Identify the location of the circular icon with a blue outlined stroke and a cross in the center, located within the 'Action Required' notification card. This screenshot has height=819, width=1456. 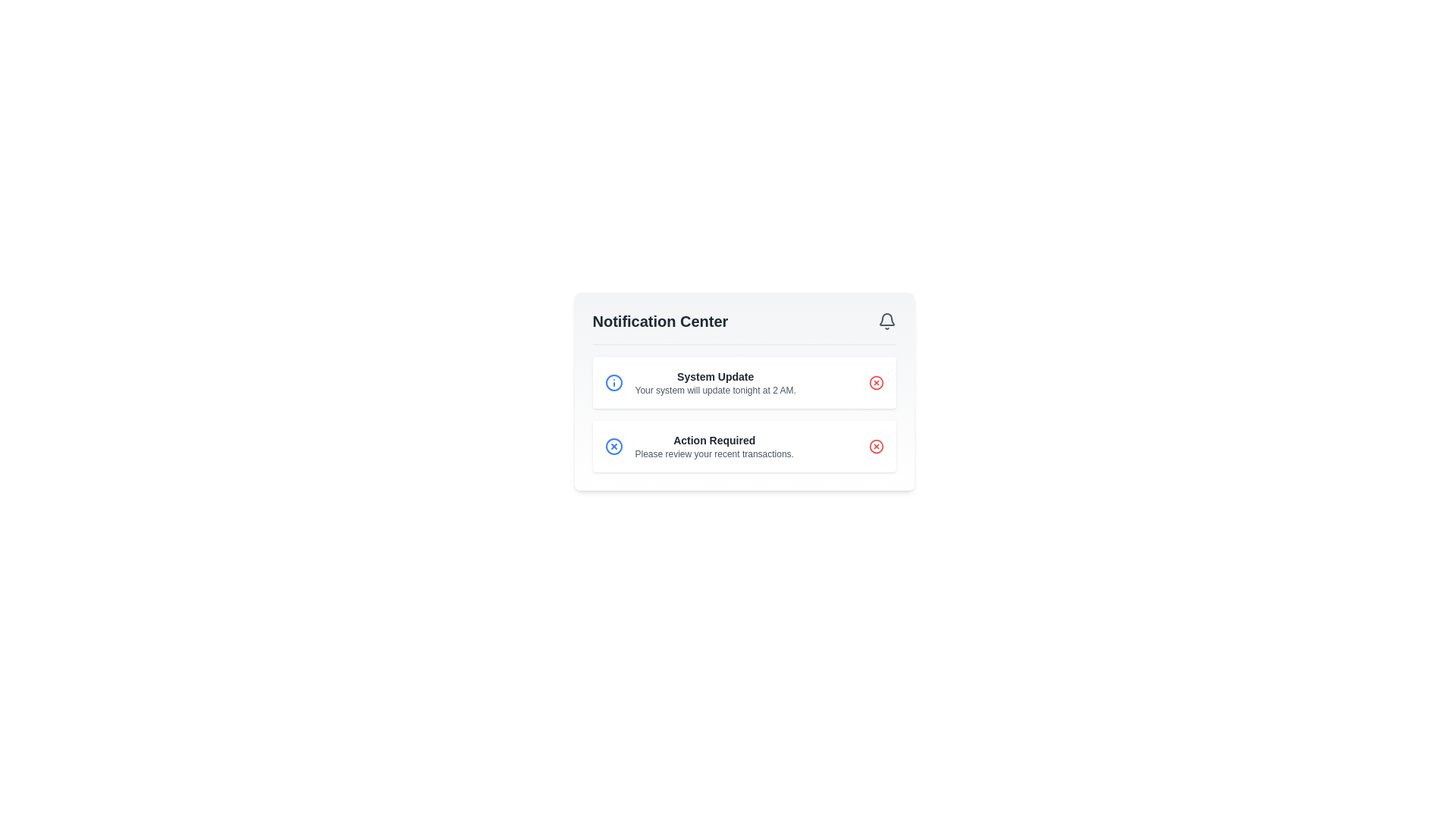
(613, 446).